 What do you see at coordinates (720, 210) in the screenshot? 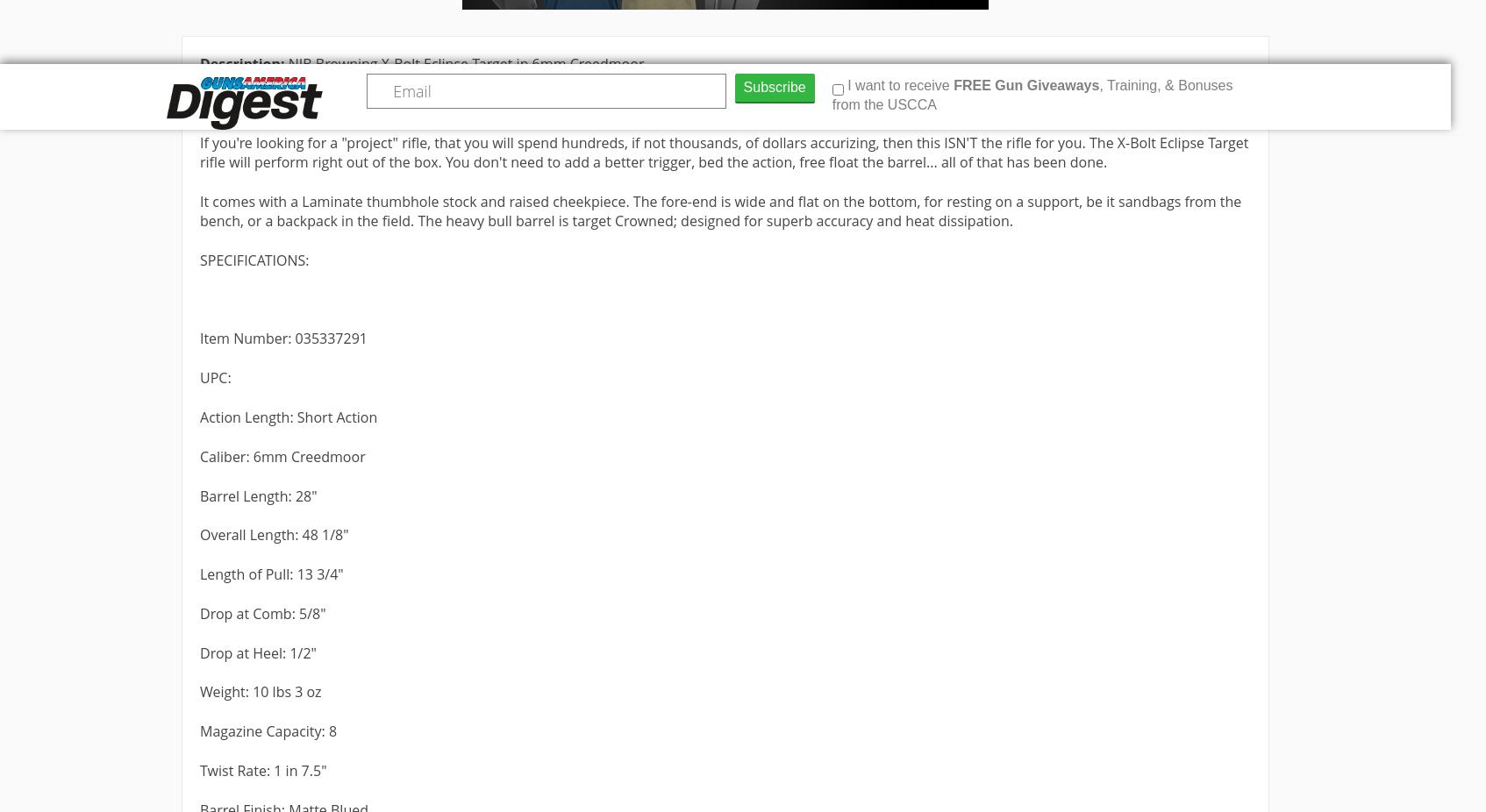
I see `'It comes with a Laminate thumbhole stock and raised cheekpiece. The fore-end is wide and flat on the bottom, for resting on a support, be it sandbags from the bench, or a backpack in the field. The heavy bull barrel is target Crowned; designed for superb accuracy and heat dissipation.'` at bounding box center [720, 210].